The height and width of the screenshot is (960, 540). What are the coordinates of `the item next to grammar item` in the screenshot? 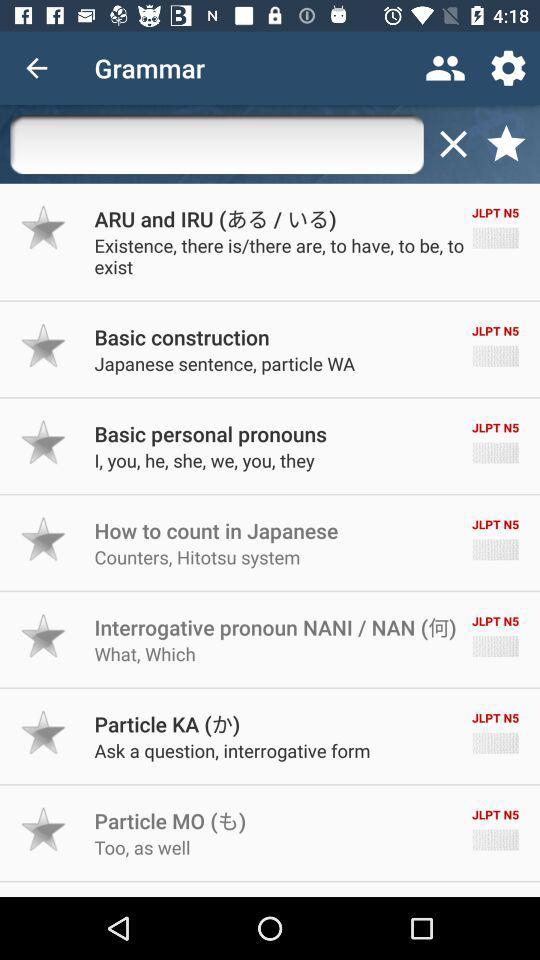 It's located at (445, 68).